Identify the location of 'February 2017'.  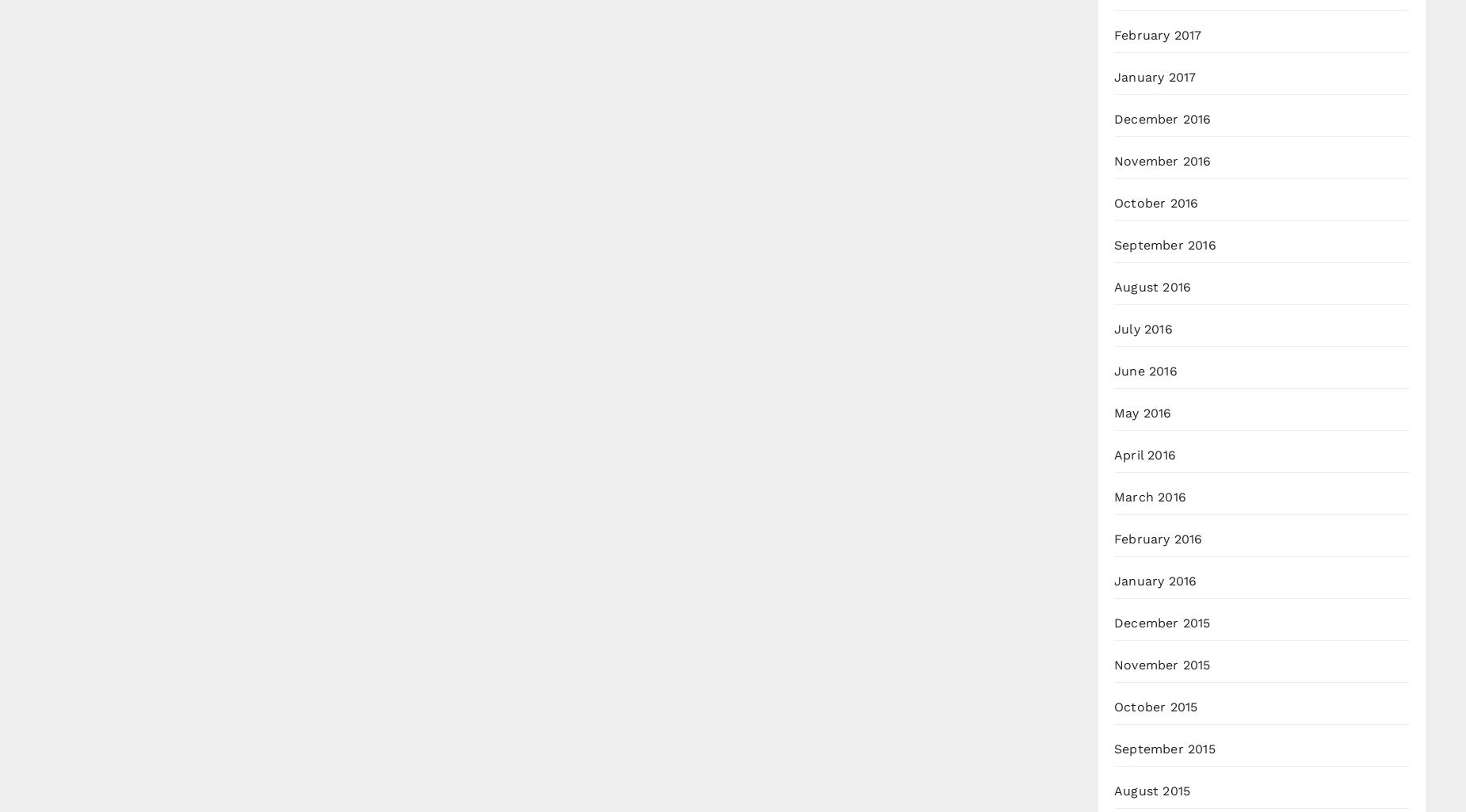
(1114, 35).